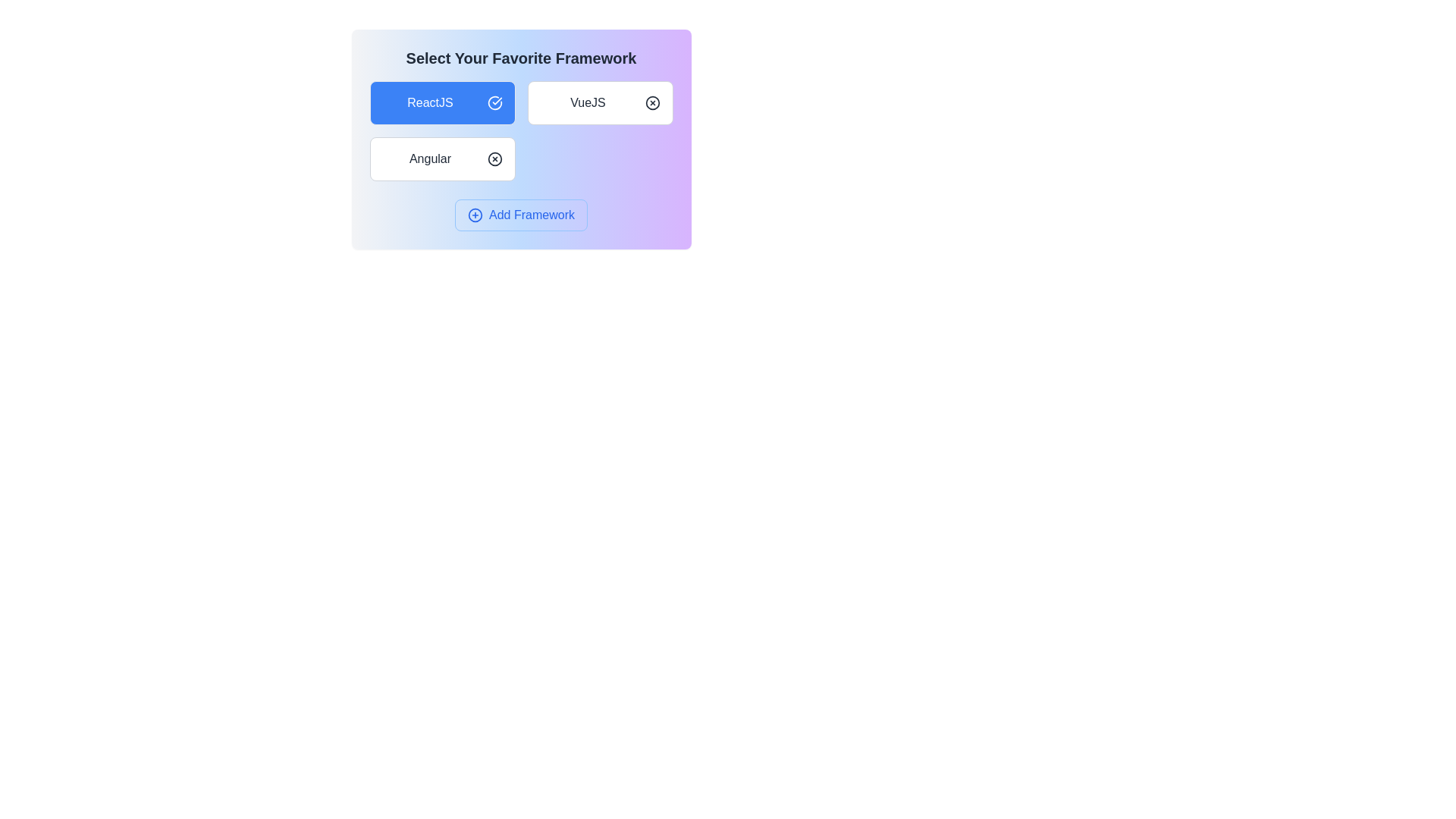  Describe the element at coordinates (599, 102) in the screenshot. I see `the chip labeled VueJS` at that location.